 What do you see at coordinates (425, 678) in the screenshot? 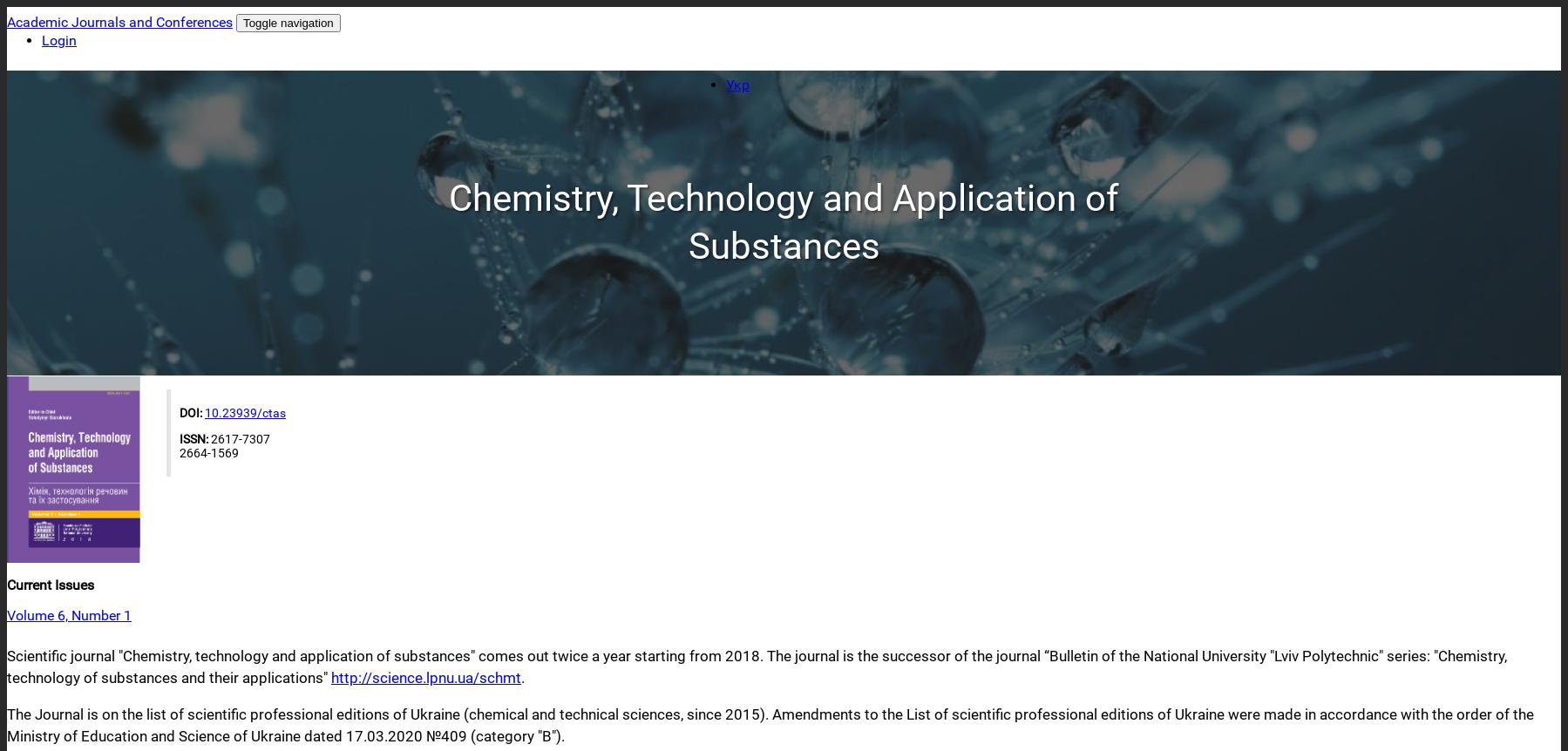
I see `'http://science.lpnu.ua/schmt'` at bounding box center [425, 678].